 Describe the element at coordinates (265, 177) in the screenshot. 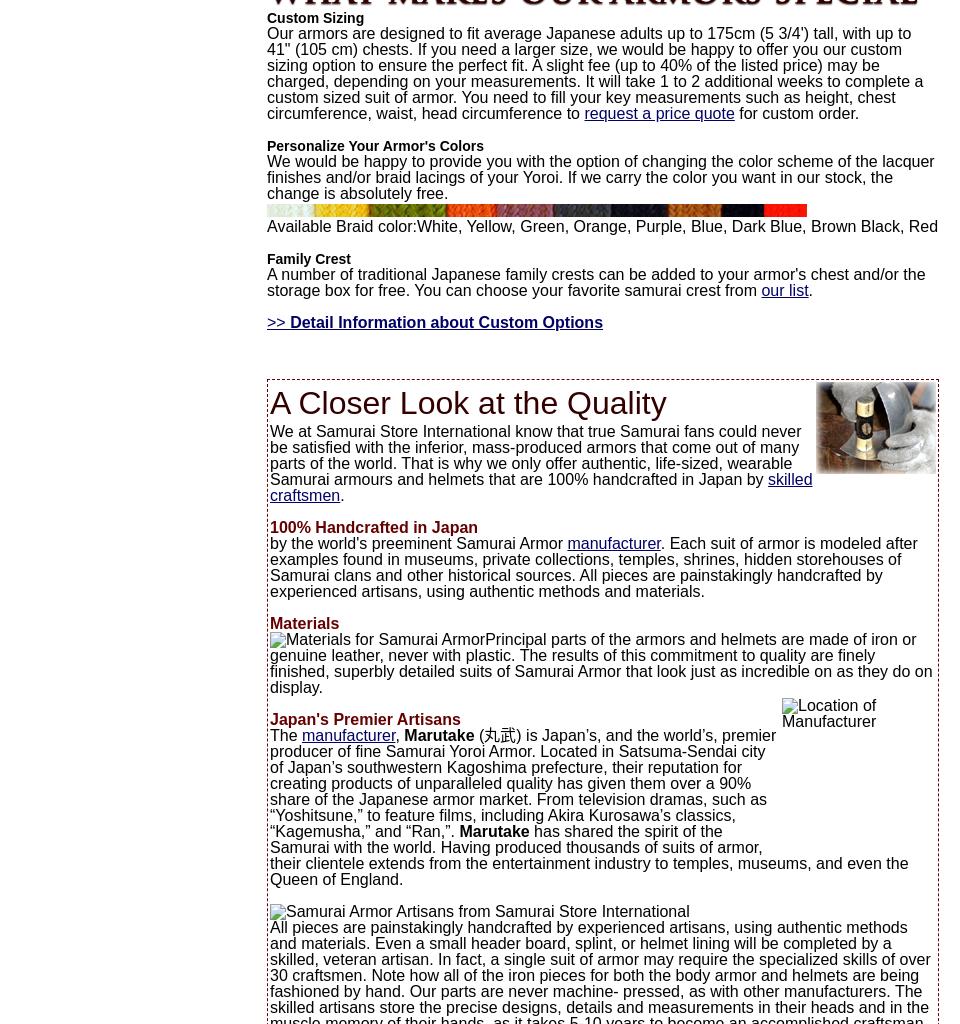

I see `'We would be happy to provide you with the option of changing the color scheme of the lacquer finishes and/or braid lacings of your Yoroi. If we carry the color you want in our stock, the change is absolutely free.'` at that location.